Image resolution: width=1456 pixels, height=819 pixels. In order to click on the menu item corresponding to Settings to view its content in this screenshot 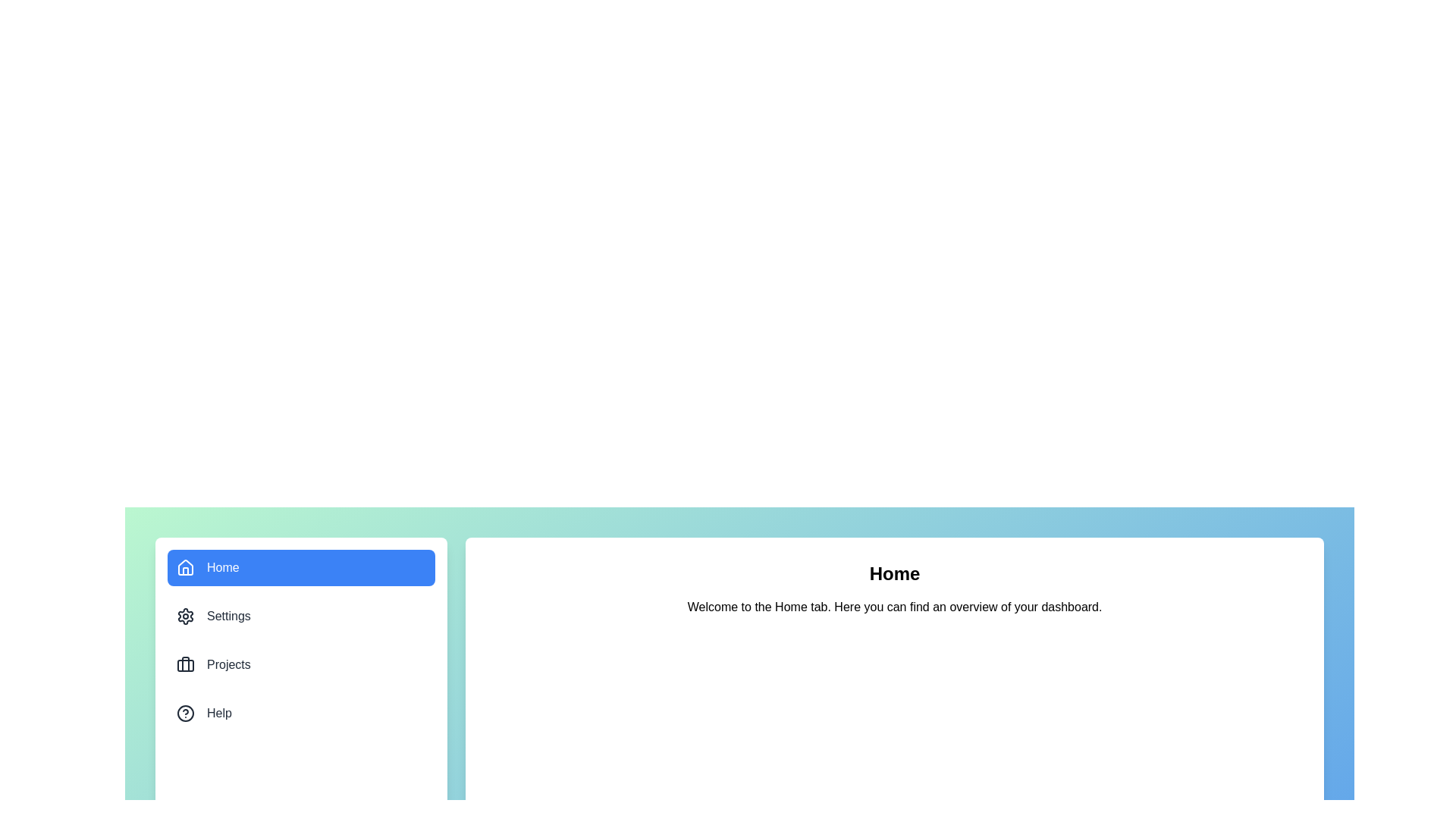, I will do `click(301, 617)`.